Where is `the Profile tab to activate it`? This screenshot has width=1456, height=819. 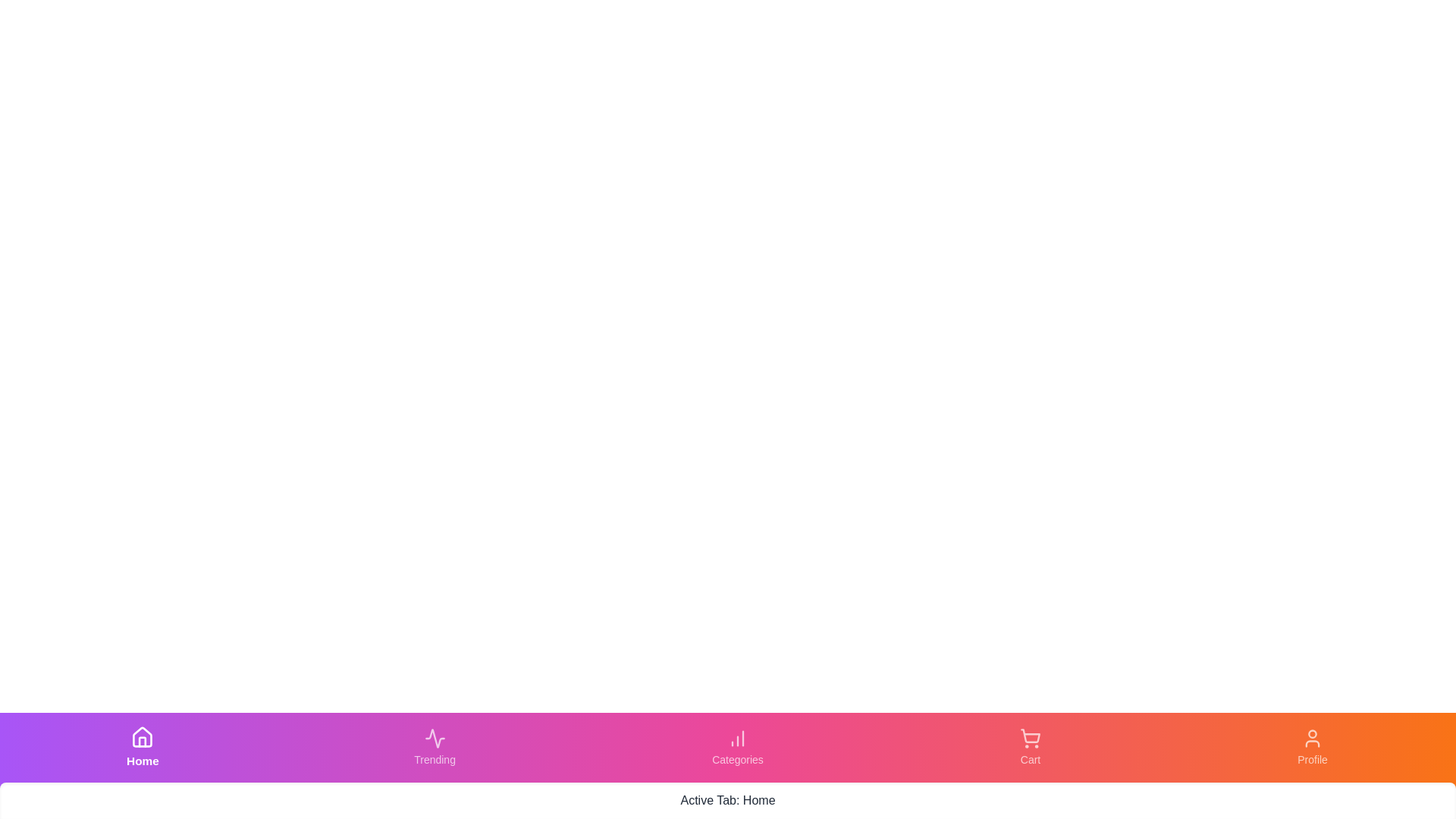
the Profile tab to activate it is located at coordinates (1312, 747).